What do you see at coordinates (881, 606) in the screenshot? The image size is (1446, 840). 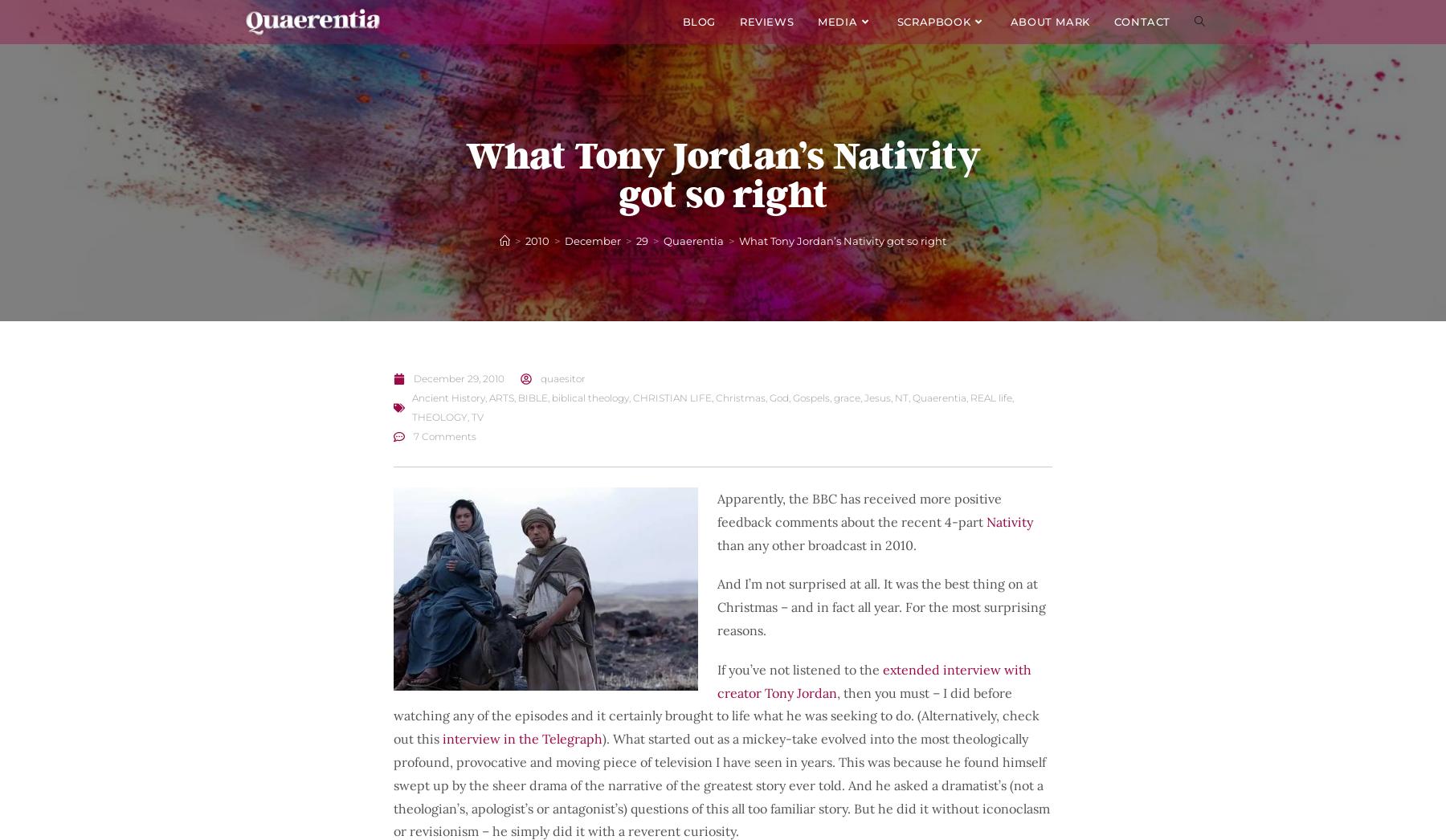 I see `'And I’m not surprised at all. It was the best thing on at Christmas – and in fact all year. For the most surprising reasons.'` at bounding box center [881, 606].